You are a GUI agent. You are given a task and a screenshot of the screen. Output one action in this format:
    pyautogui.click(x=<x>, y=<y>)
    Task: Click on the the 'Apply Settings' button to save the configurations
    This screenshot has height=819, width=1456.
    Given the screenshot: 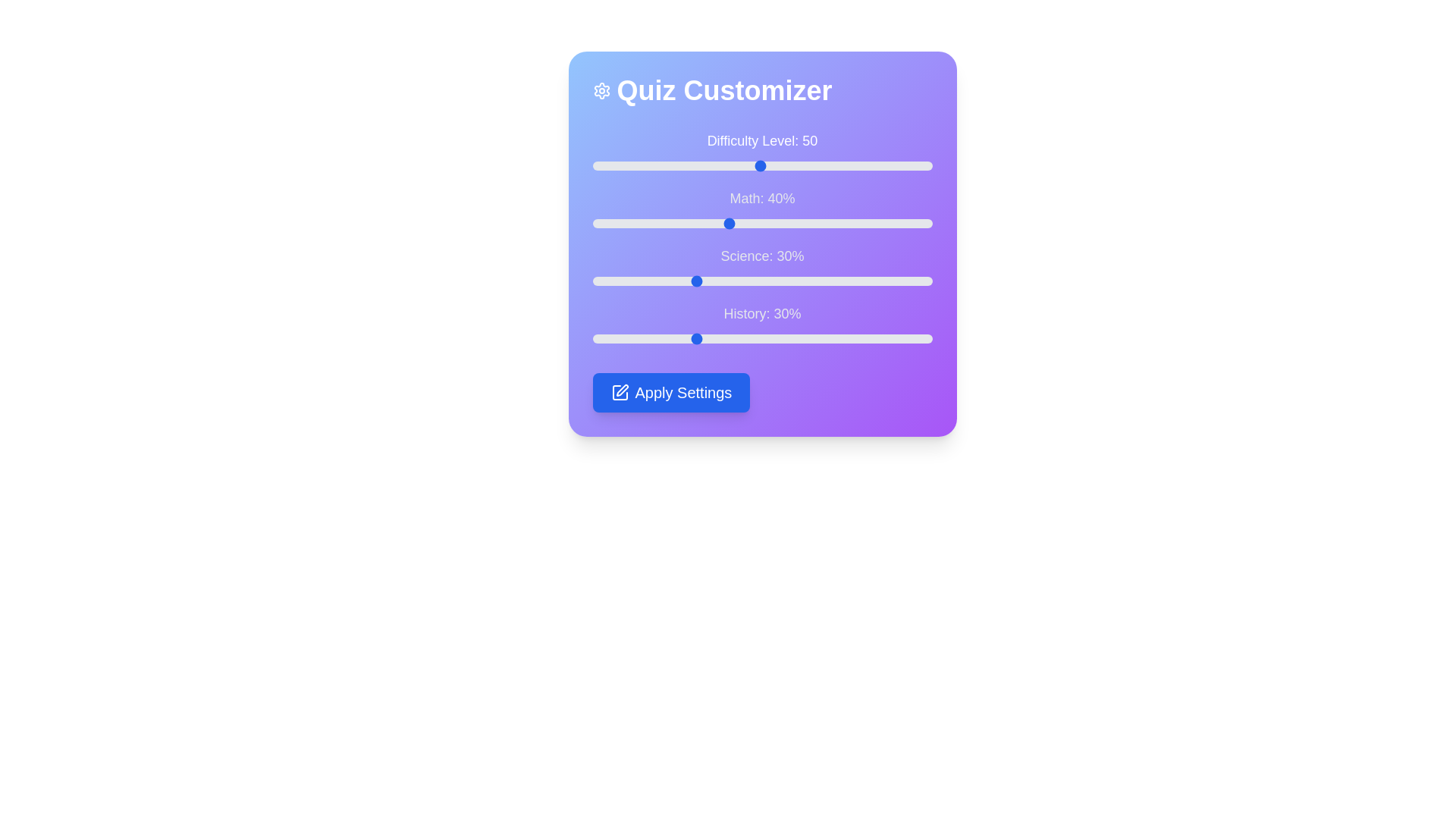 What is the action you would take?
    pyautogui.click(x=670, y=391)
    